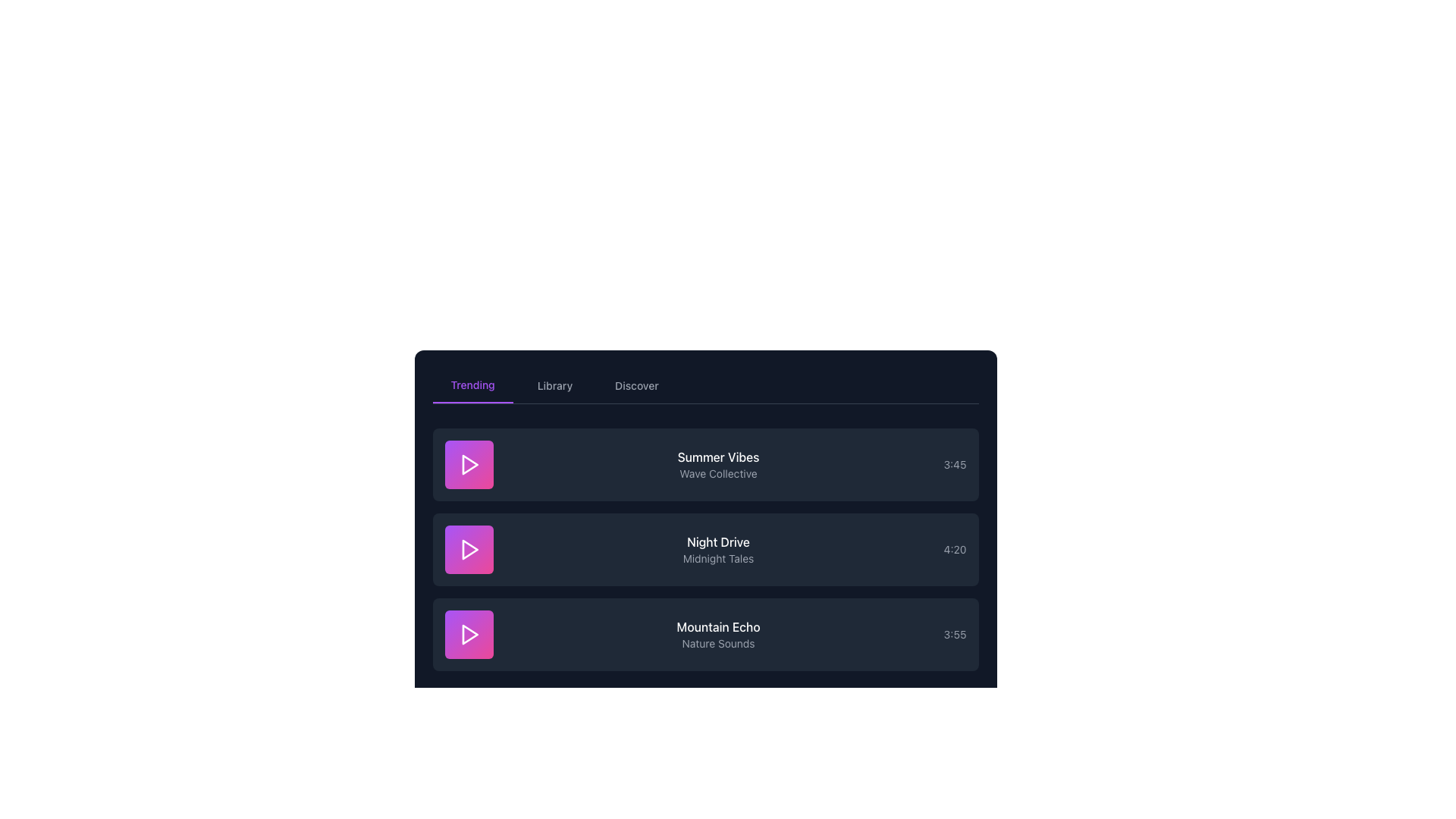 The width and height of the screenshot is (1456, 819). Describe the element at coordinates (704, 550) in the screenshot. I see `the second clickable music entry in the list, which displays the title, artist, and duration` at that location.